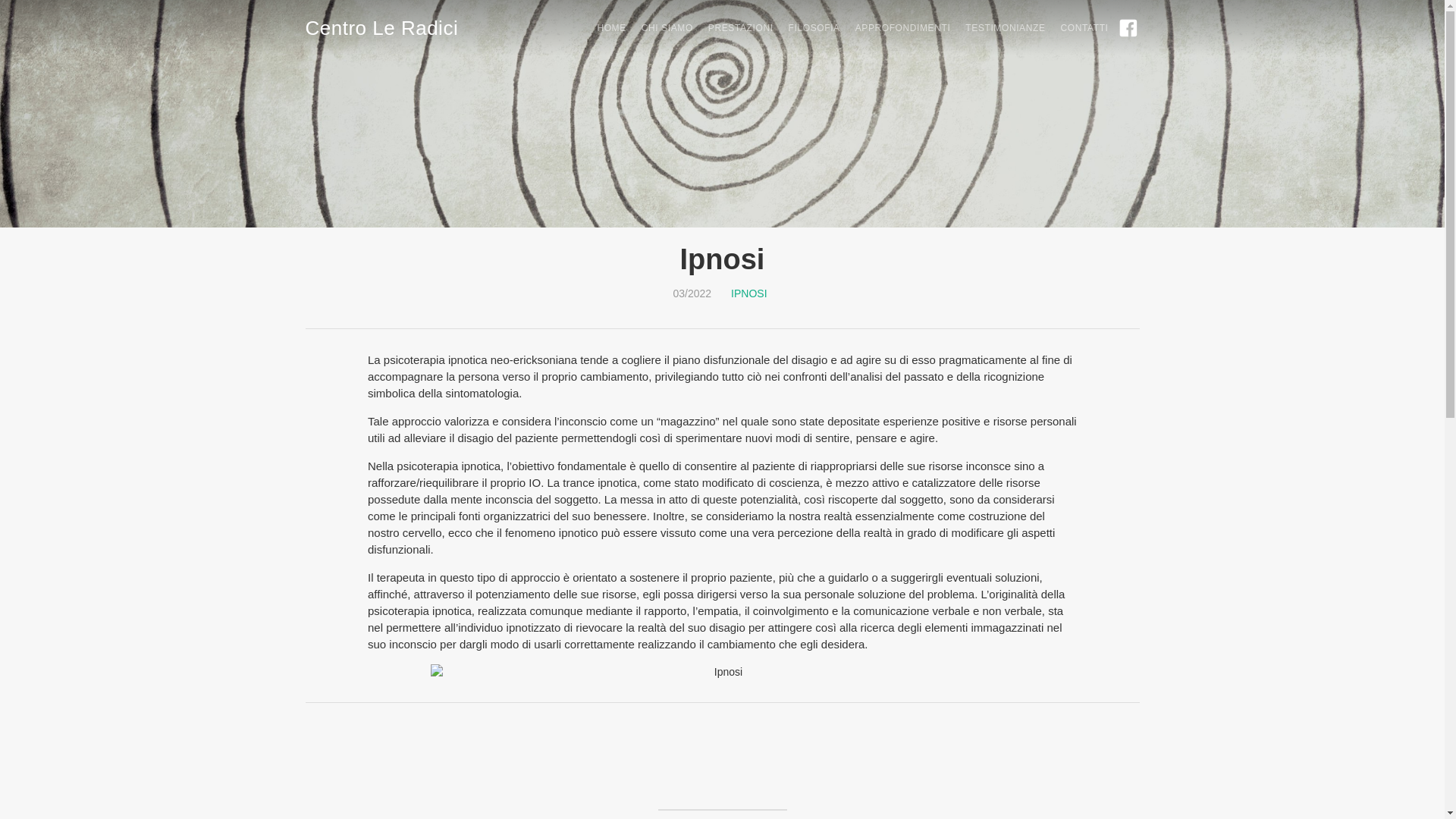 The height and width of the screenshot is (819, 1456). Describe the element at coordinates (659, 28) in the screenshot. I see `'CHI SIAMO'` at that location.